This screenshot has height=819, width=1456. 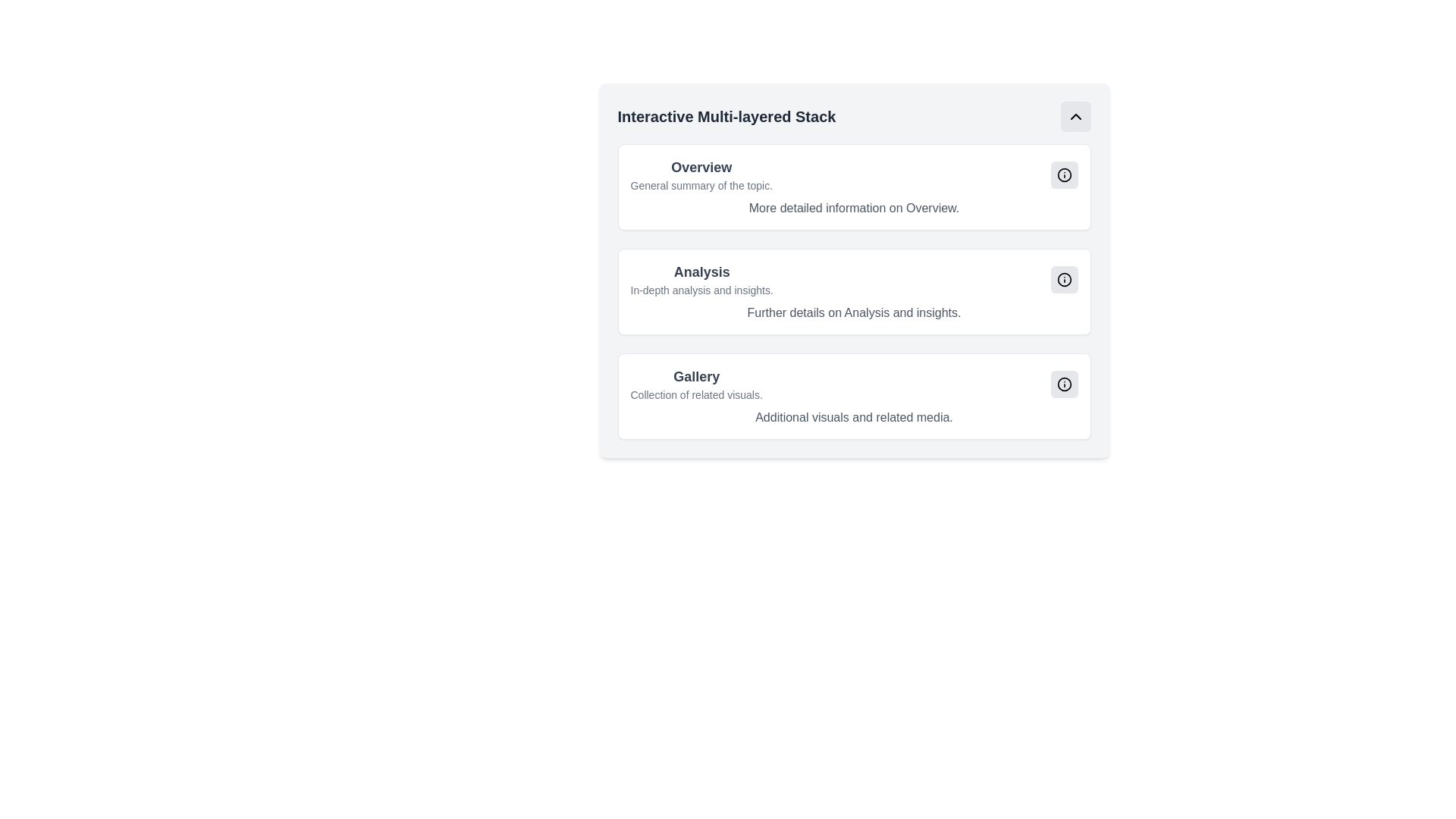 What do you see at coordinates (854, 270) in the screenshot?
I see `the non-interactive content area labeled 'Analysis' which is located in the middle subsection of the 'Interactive Multi-layered Stack' panel` at bounding box center [854, 270].